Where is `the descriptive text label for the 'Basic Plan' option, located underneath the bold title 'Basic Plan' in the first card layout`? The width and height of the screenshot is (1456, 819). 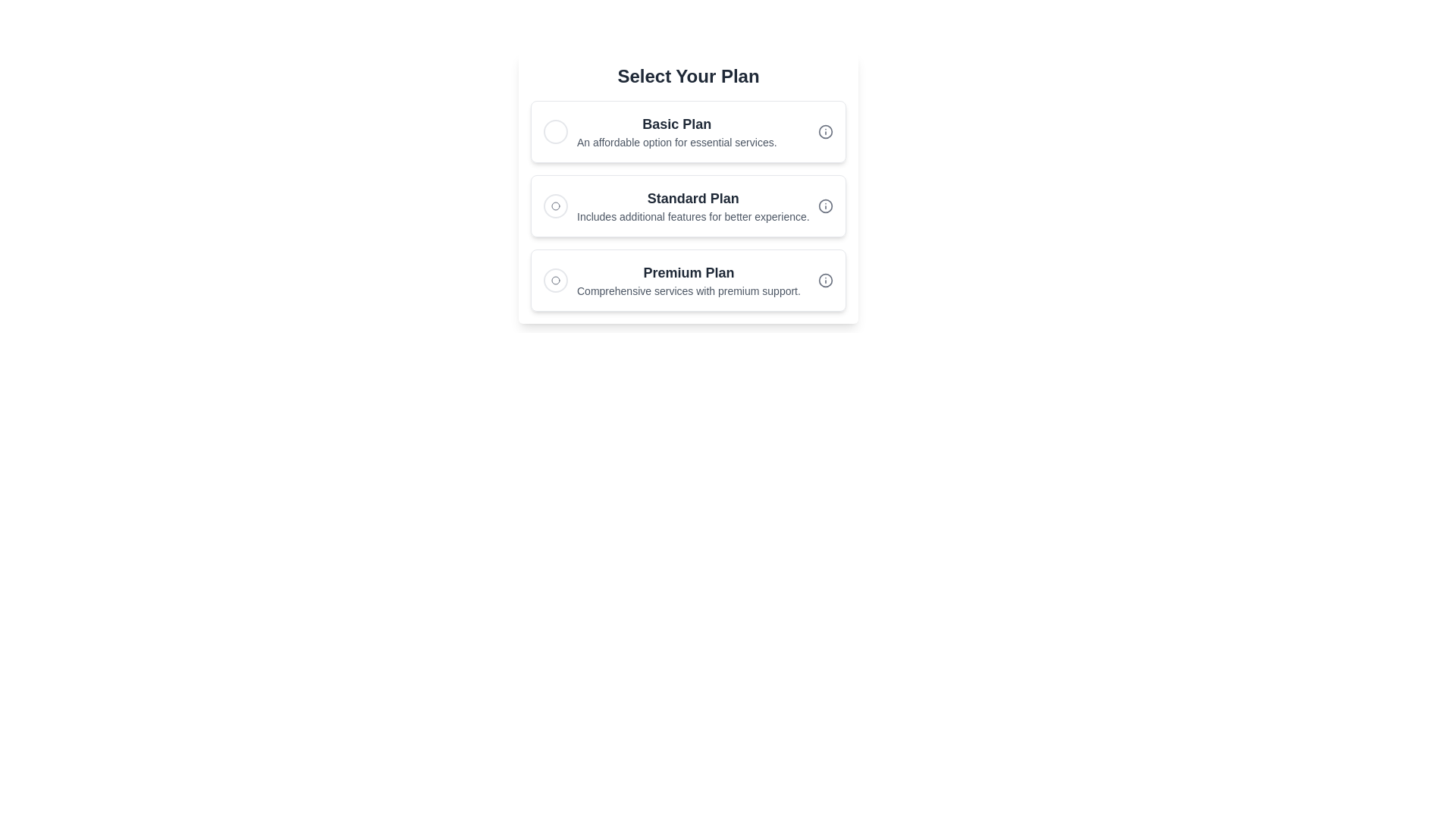 the descriptive text label for the 'Basic Plan' option, located underneath the bold title 'Basic Plan' in the first card layout is located at coordinates (676, 143).